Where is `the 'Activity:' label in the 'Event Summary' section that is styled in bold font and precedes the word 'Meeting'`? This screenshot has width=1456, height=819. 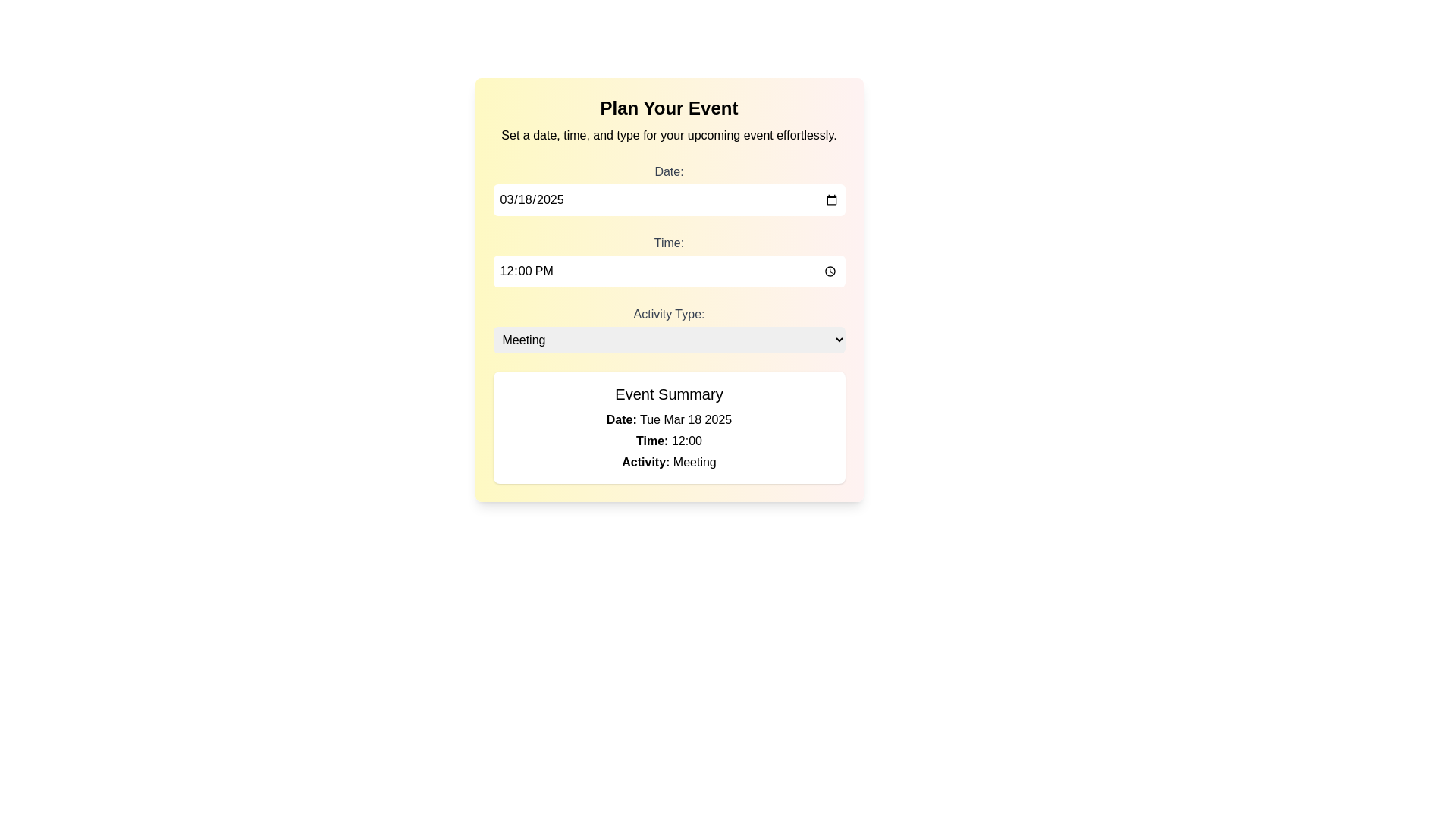 the 'Activity:' label in the 'Event Summary' section that is styled in bold font and precedes the word 'Meeting' is located at coordinates (645, 461).